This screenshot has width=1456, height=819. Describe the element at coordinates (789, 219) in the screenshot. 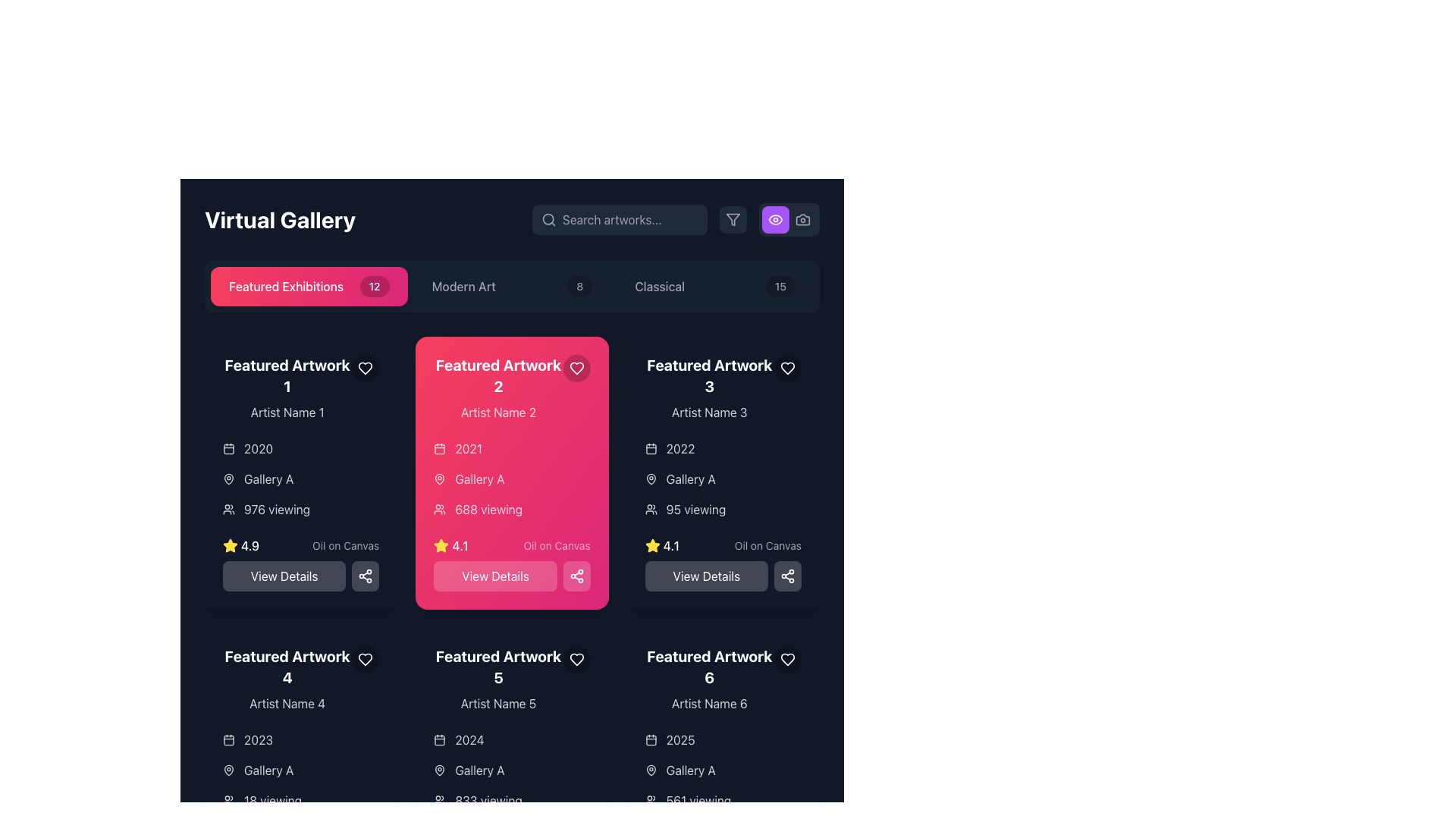

I see `the purple rectangular button with rounded corners and a white eye icon, located in the top-right section of the interface` at that location.